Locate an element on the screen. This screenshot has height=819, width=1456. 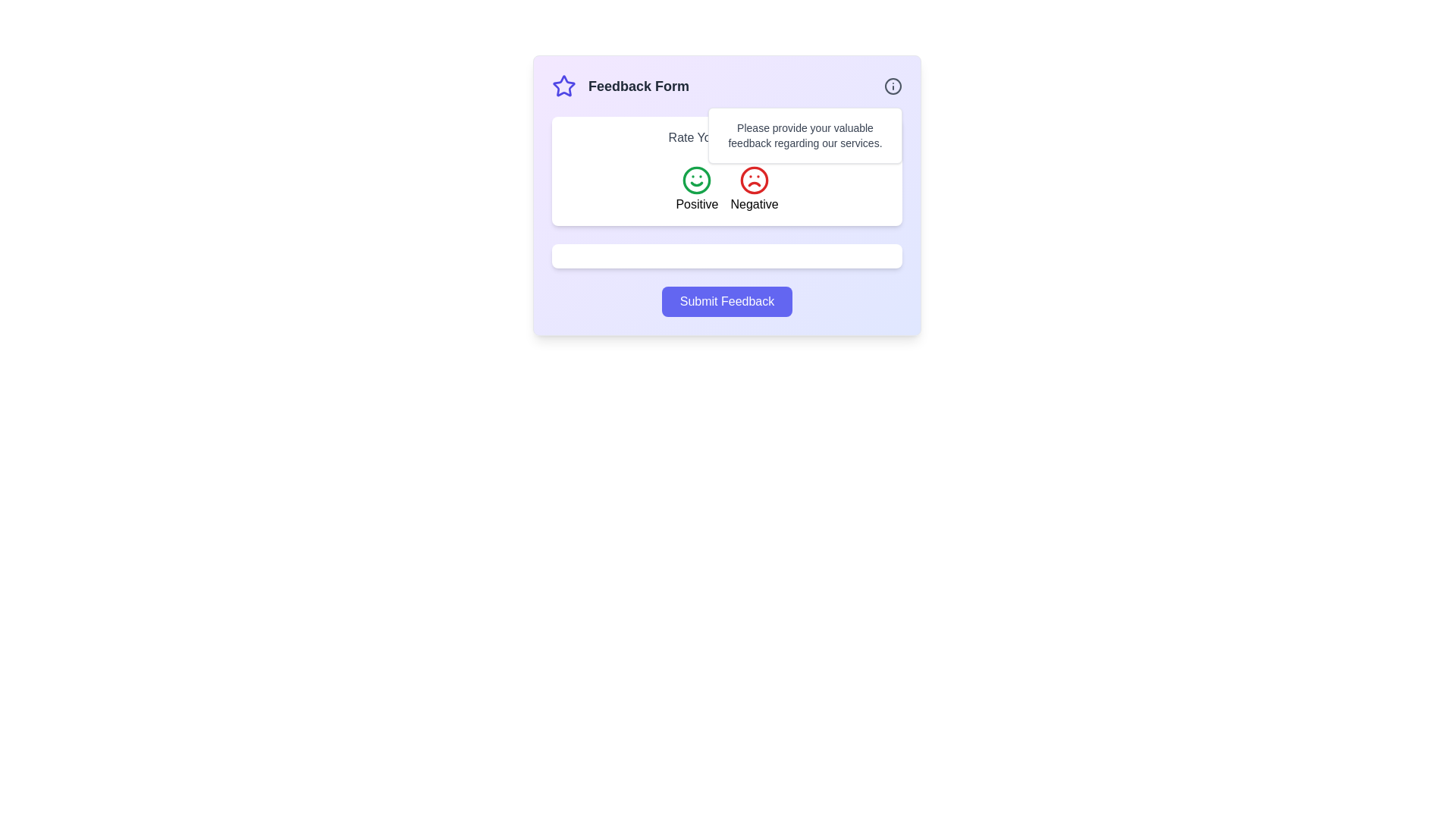
the 'Submit Feedback' button, which is a rounded rectangular button with a solid indigo background and white text, located centrally in the lower section of the feedback form panel is located at coordinates (726, 301).